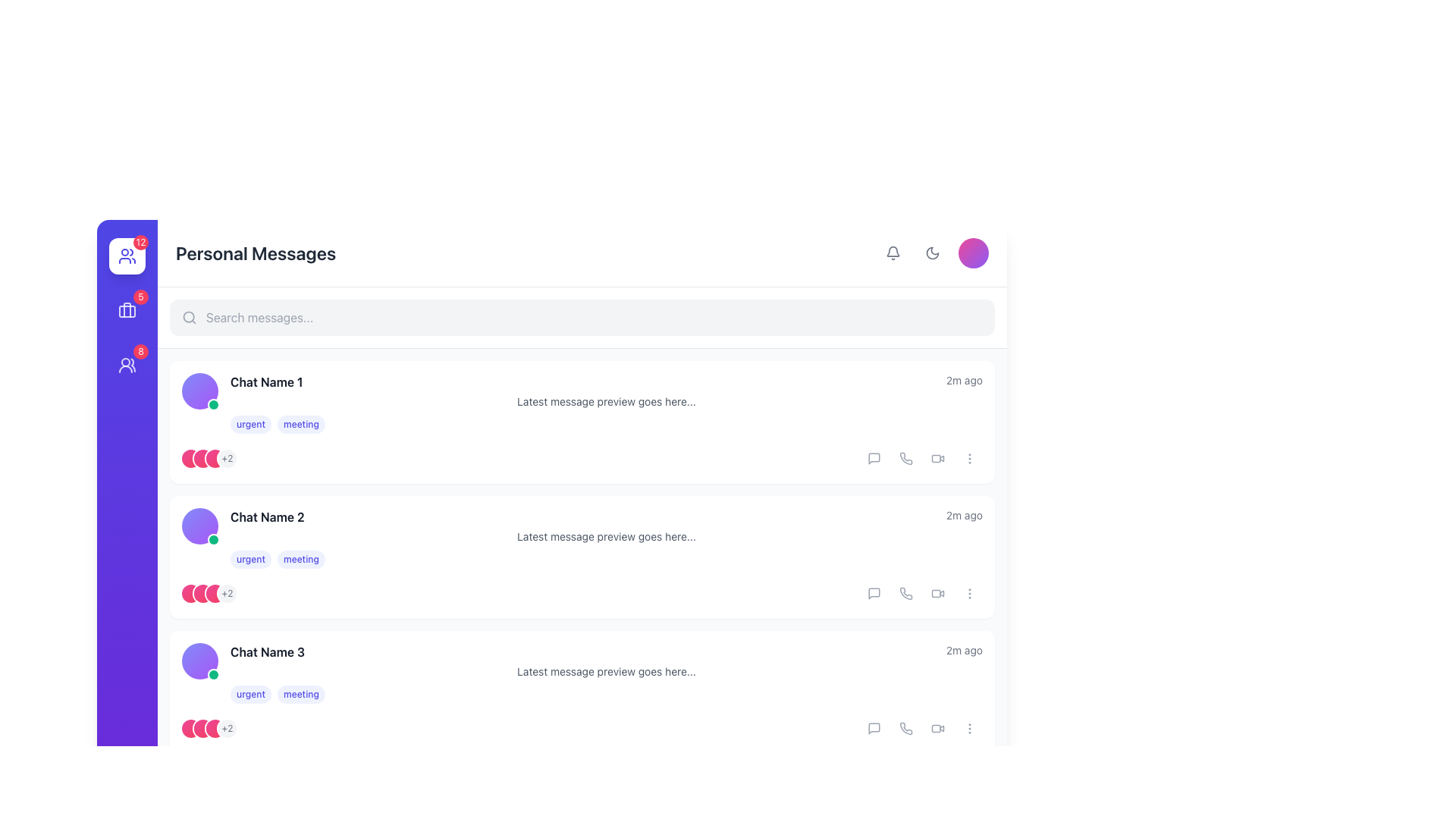  I want to click on message preview text 'Latest message preview goes here...' located in the second chat item from the top in the chat interface, so click(607, 536).